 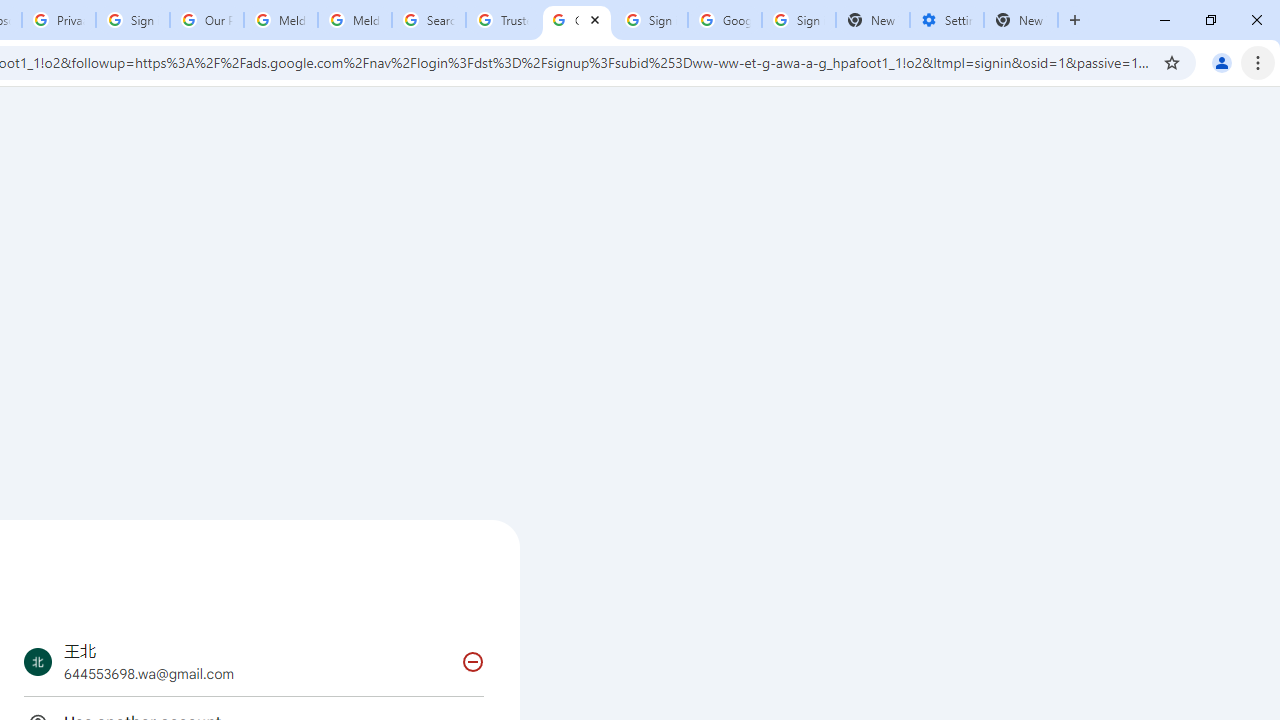 I want to click on 'Trusted Information and Content - Google Safety Center', so click(x=503, y=20).